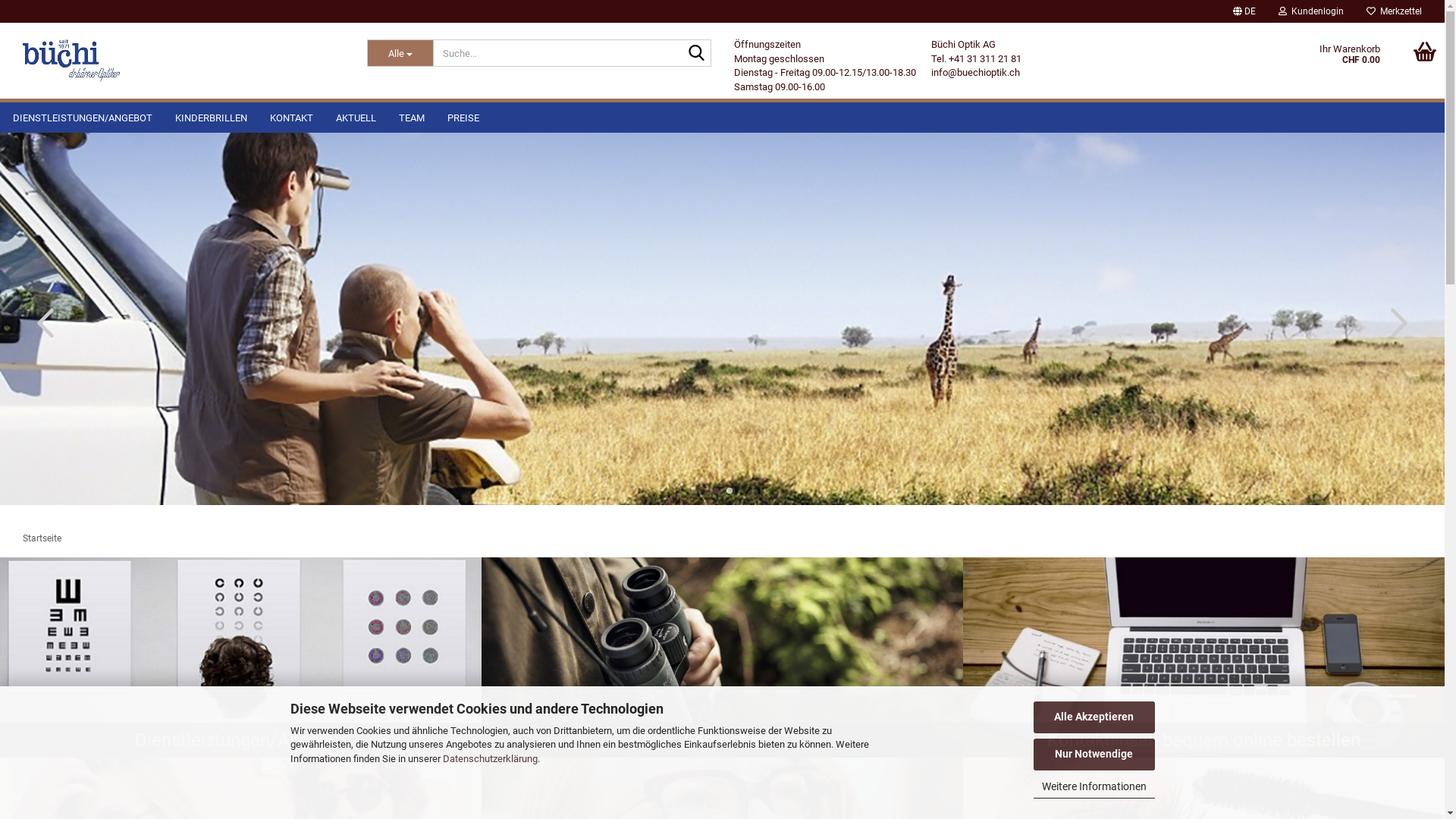 The image size is (1456, 819). What do you see at coordinates (42, 537) in the screenshot?
I see `'Startseite'` at bounding box center [42, 537].